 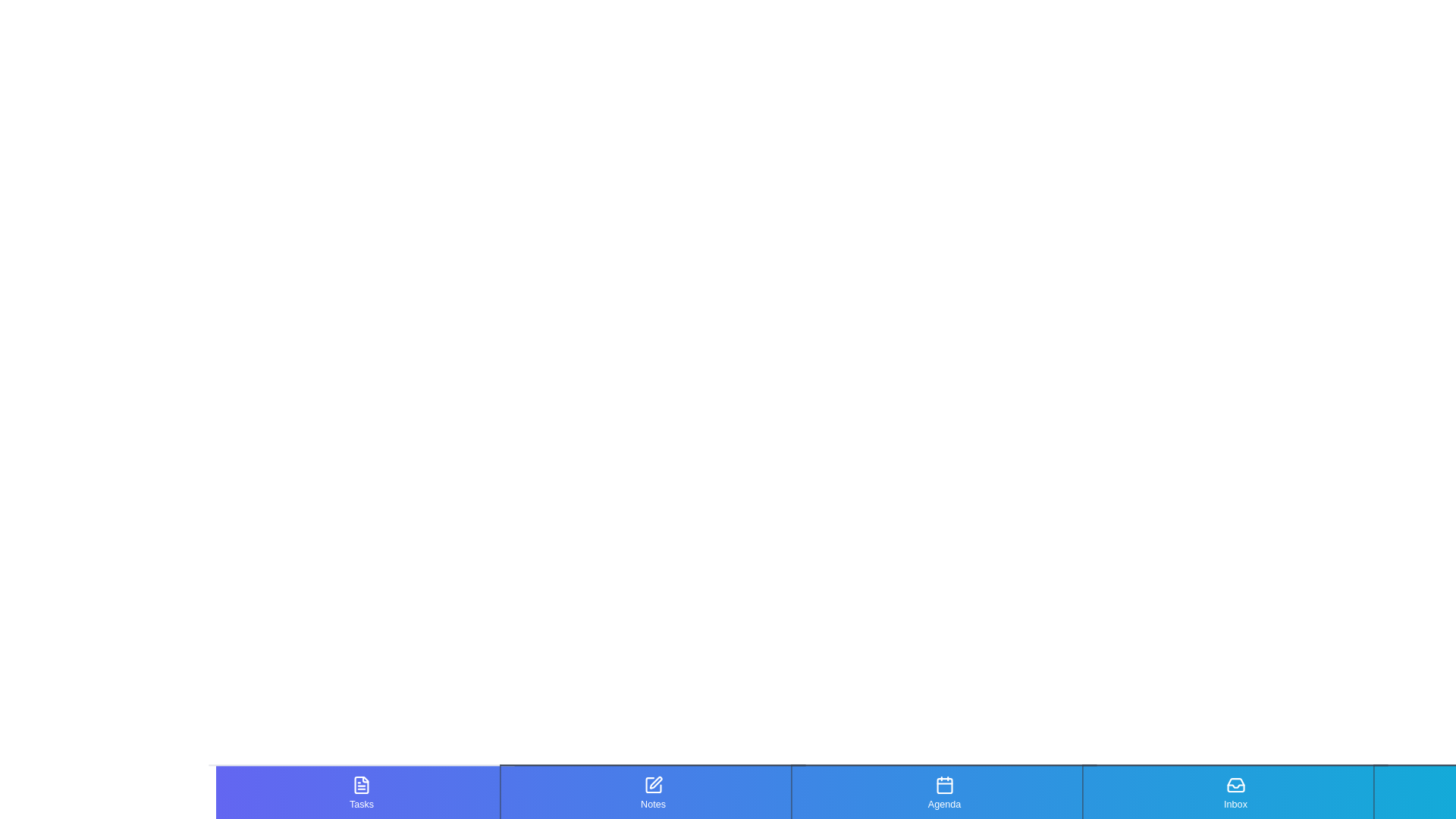 What do you see at coordinates (360, 792) in the screenshot?
I see `the button labeled Tasks to observe its hover effect` at bounding box center [360, 792].